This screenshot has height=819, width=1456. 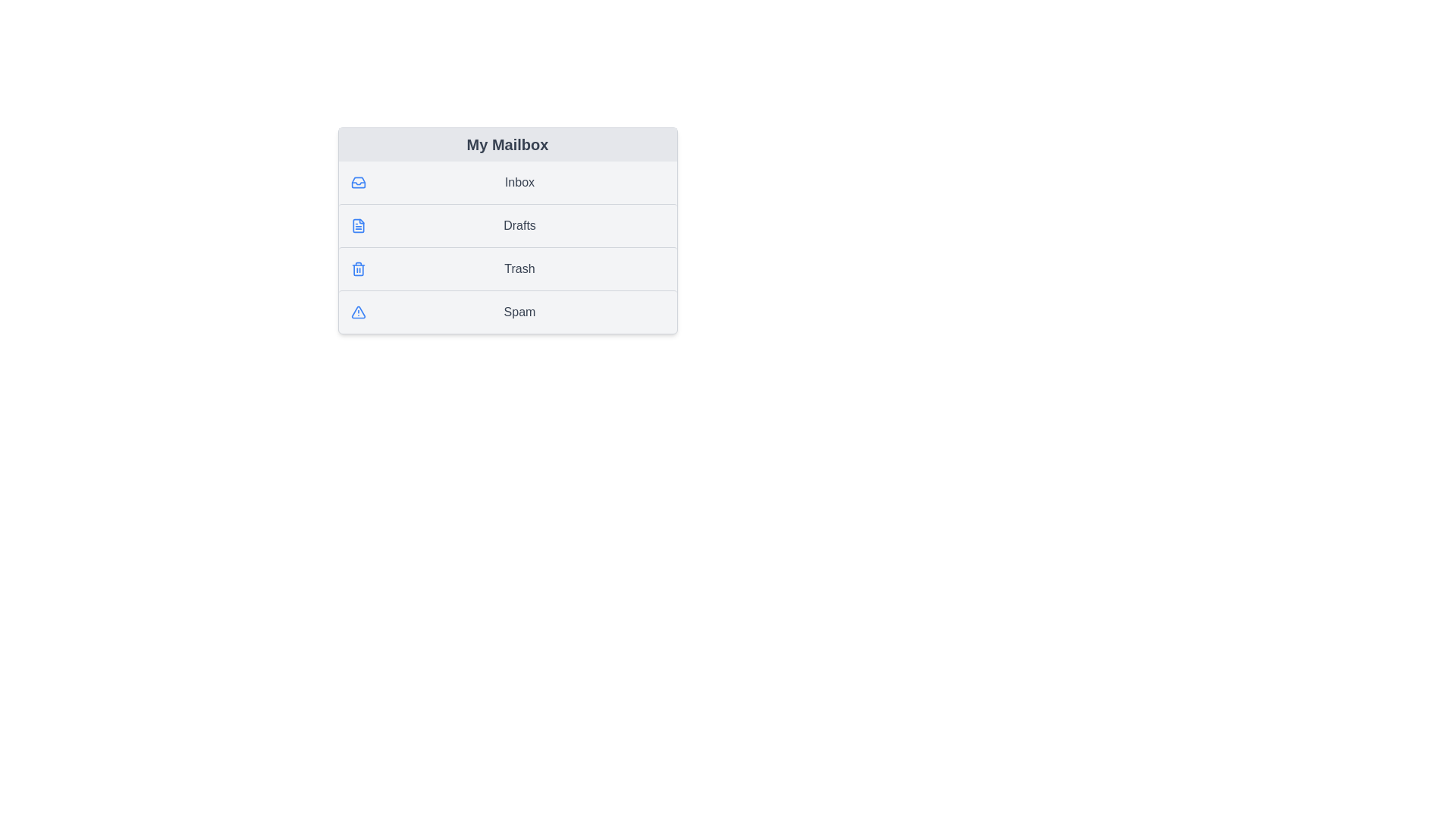 I want to click on the icon next to the Drafts list item, so click(x=357, y=225).